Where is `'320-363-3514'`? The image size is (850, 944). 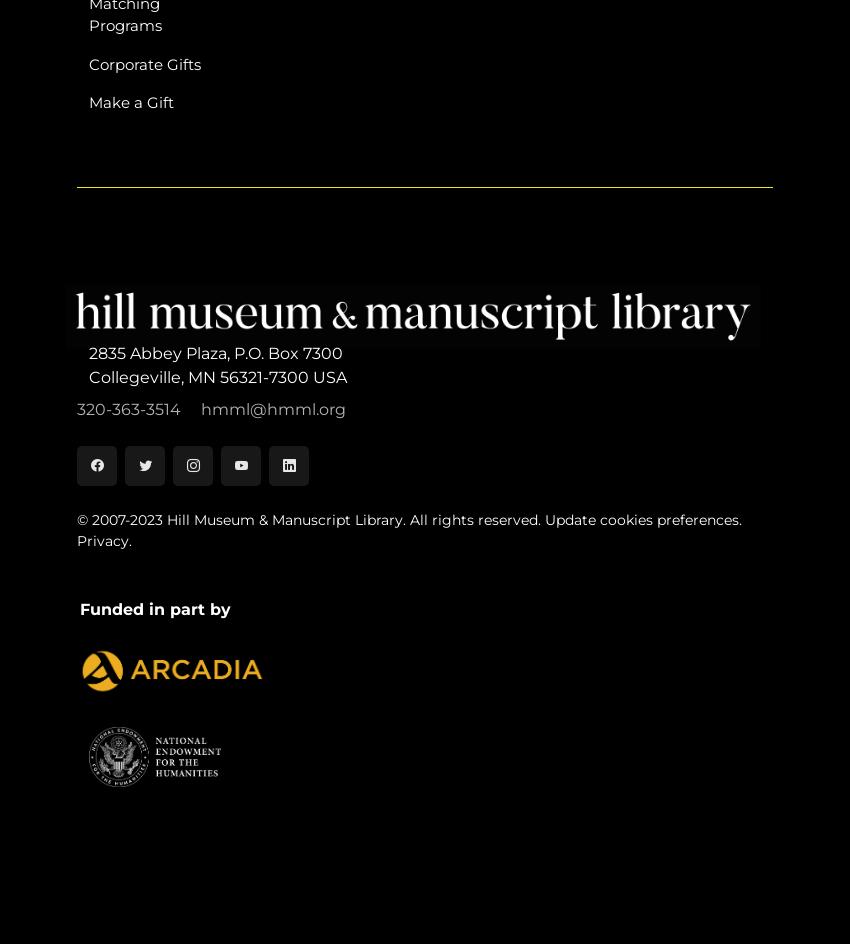
'320-363-3514' is located at coordinates (130, 409).